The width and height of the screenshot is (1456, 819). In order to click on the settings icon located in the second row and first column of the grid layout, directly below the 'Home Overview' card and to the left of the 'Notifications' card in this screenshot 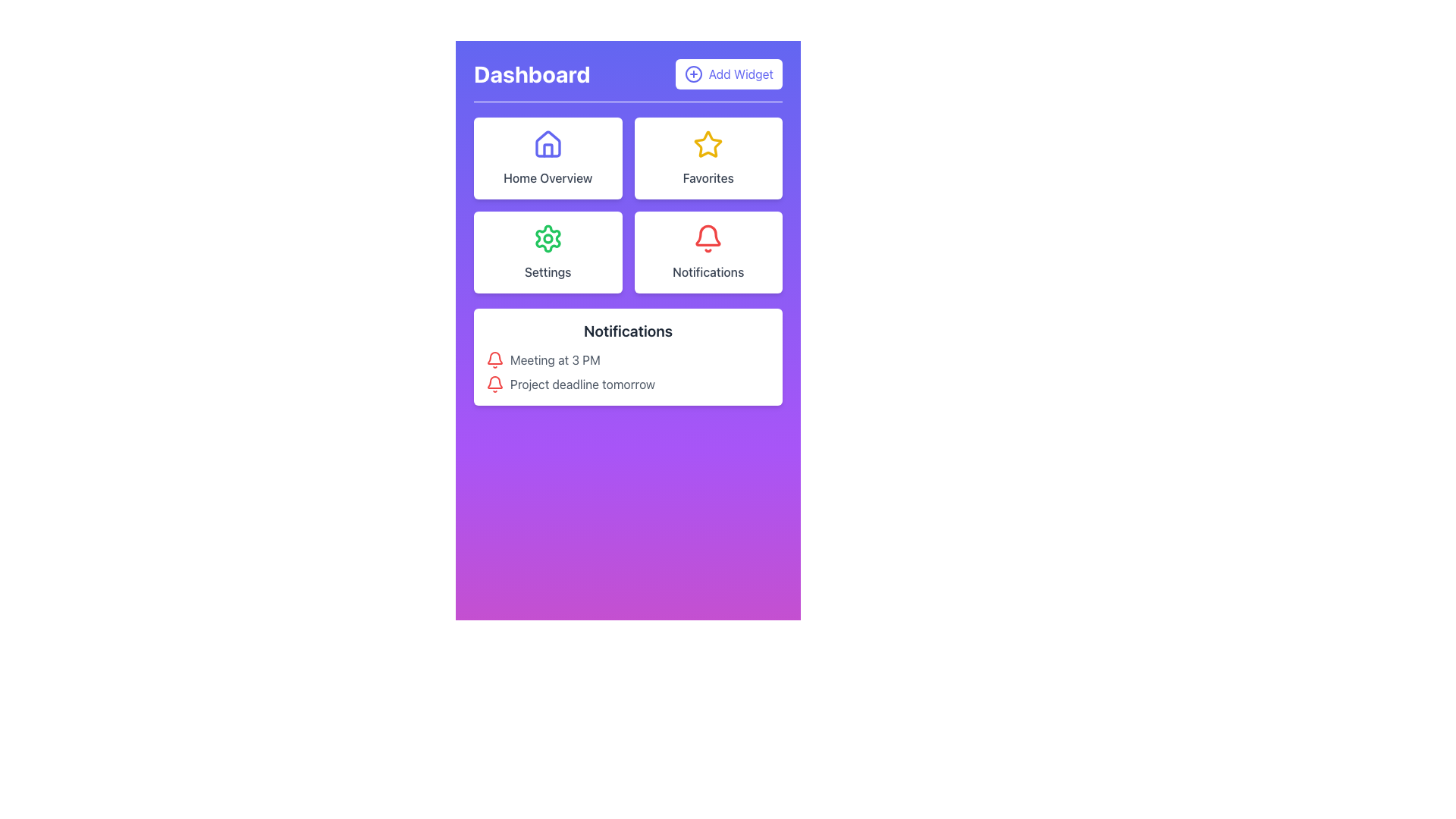, I will do `click(547, 239)`.